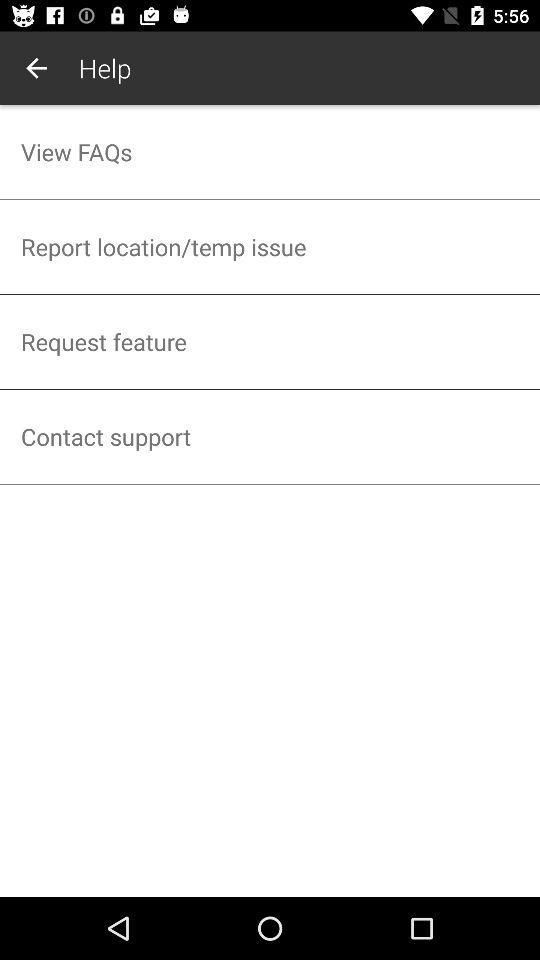  I want to click on view faqs icon, so click(270, 151).